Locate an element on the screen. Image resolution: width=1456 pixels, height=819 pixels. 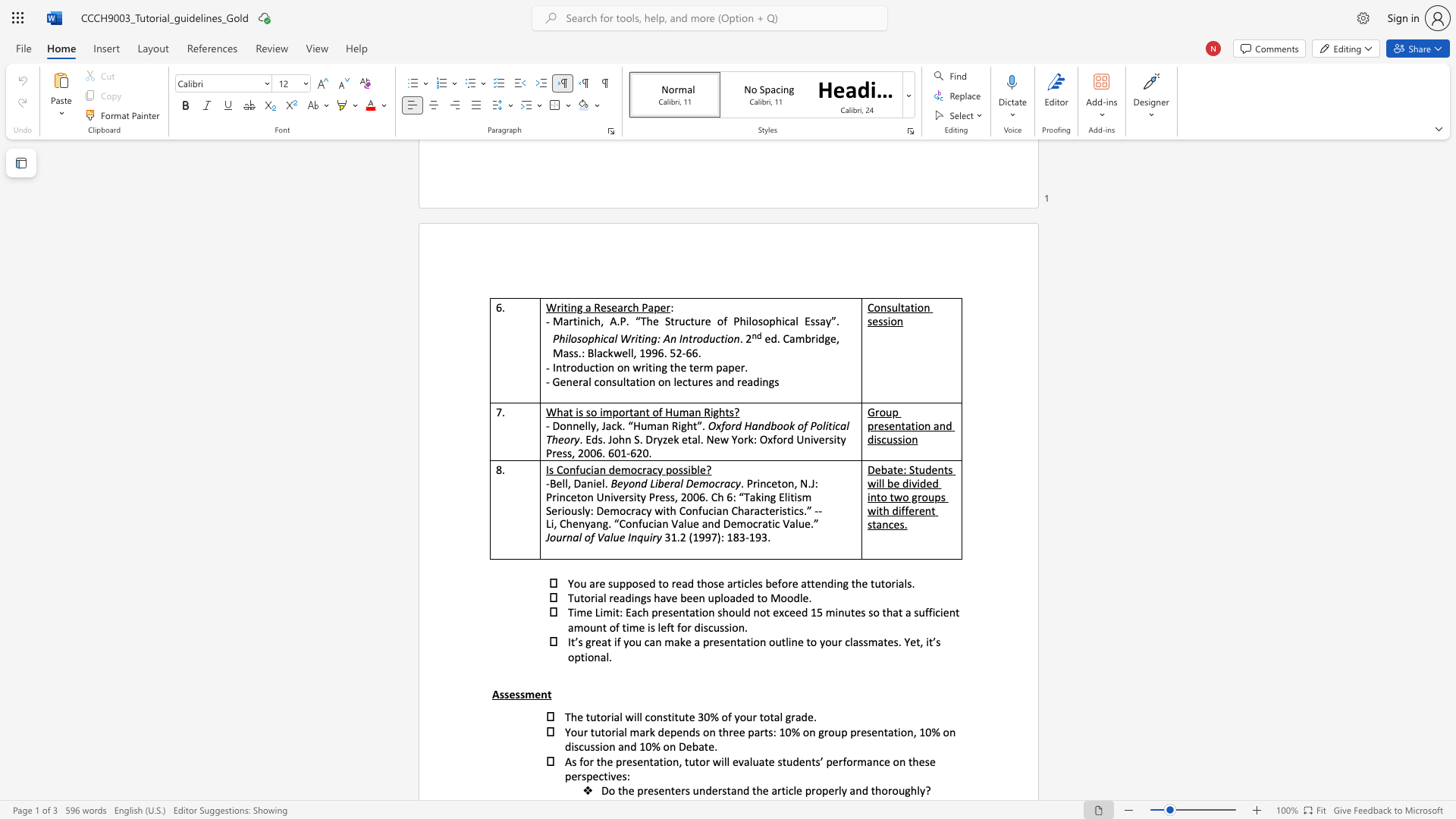
the subset text "pectives:" within the text "As for the presentation, tutor will evaluate students’ performance on these perspectives:" is located at coordinates (585, 776).